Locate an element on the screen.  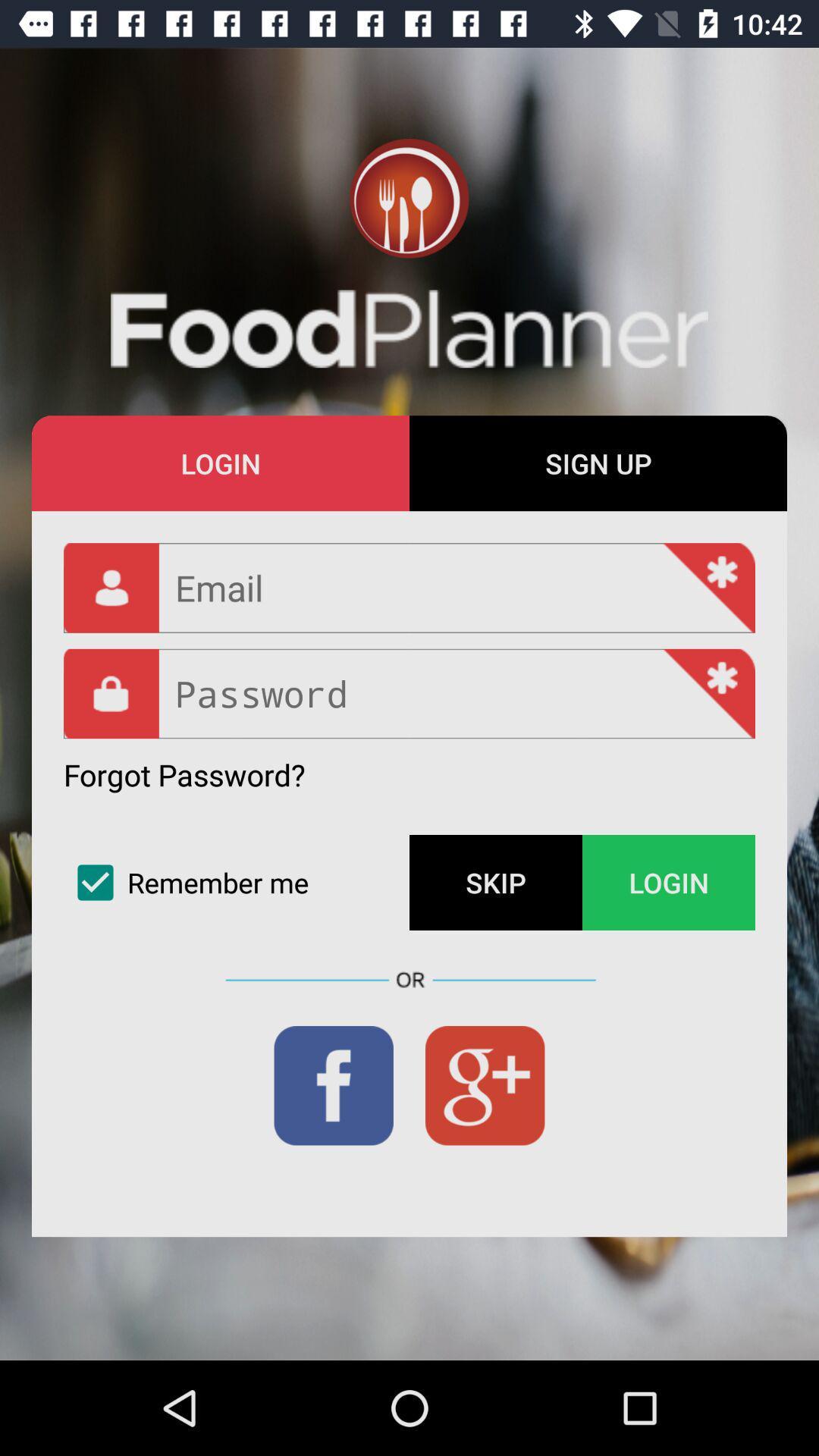
icon next to the remember me is located at coordinates (496, 883).